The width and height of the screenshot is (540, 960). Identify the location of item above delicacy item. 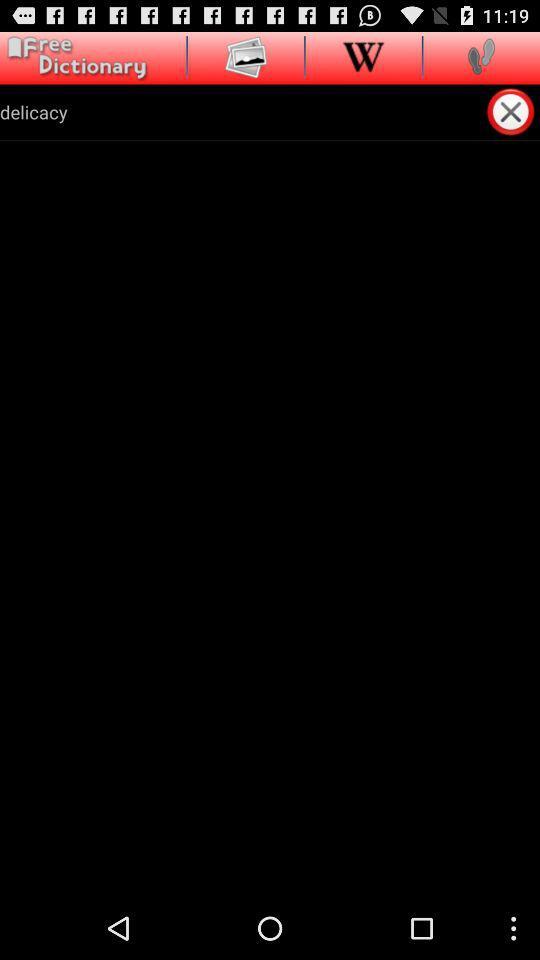
(73, 57).